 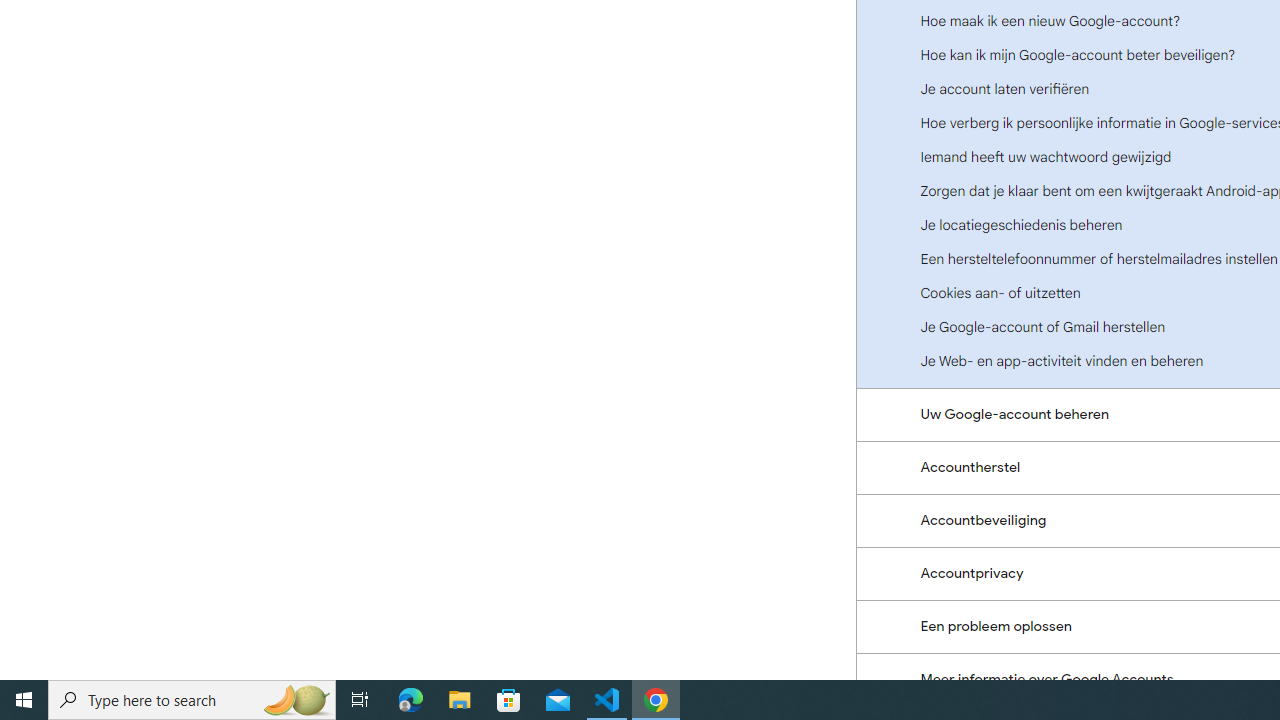 What do you see at coordinates (509, 698) in the screenshot?
I see `'Microsoft Store'` at bounding box center [509, 698].